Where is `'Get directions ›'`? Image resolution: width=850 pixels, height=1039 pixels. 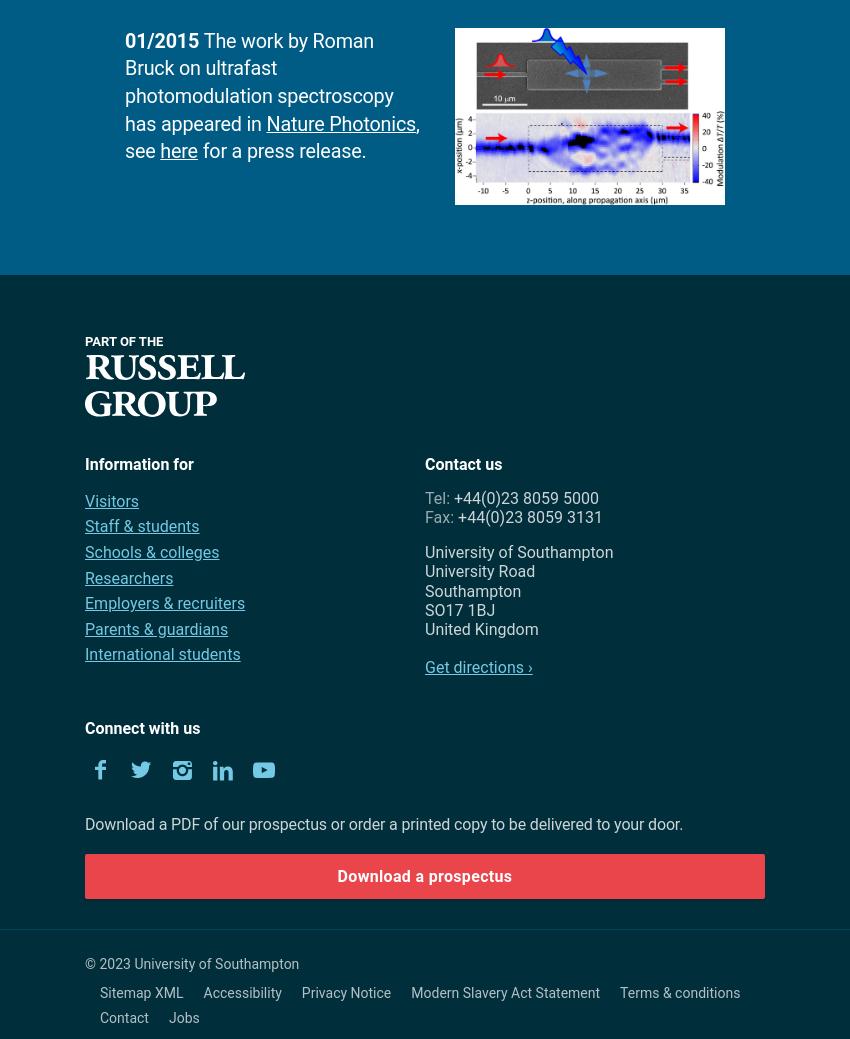
'Get directions ›' is located at coordinates (478, 667).